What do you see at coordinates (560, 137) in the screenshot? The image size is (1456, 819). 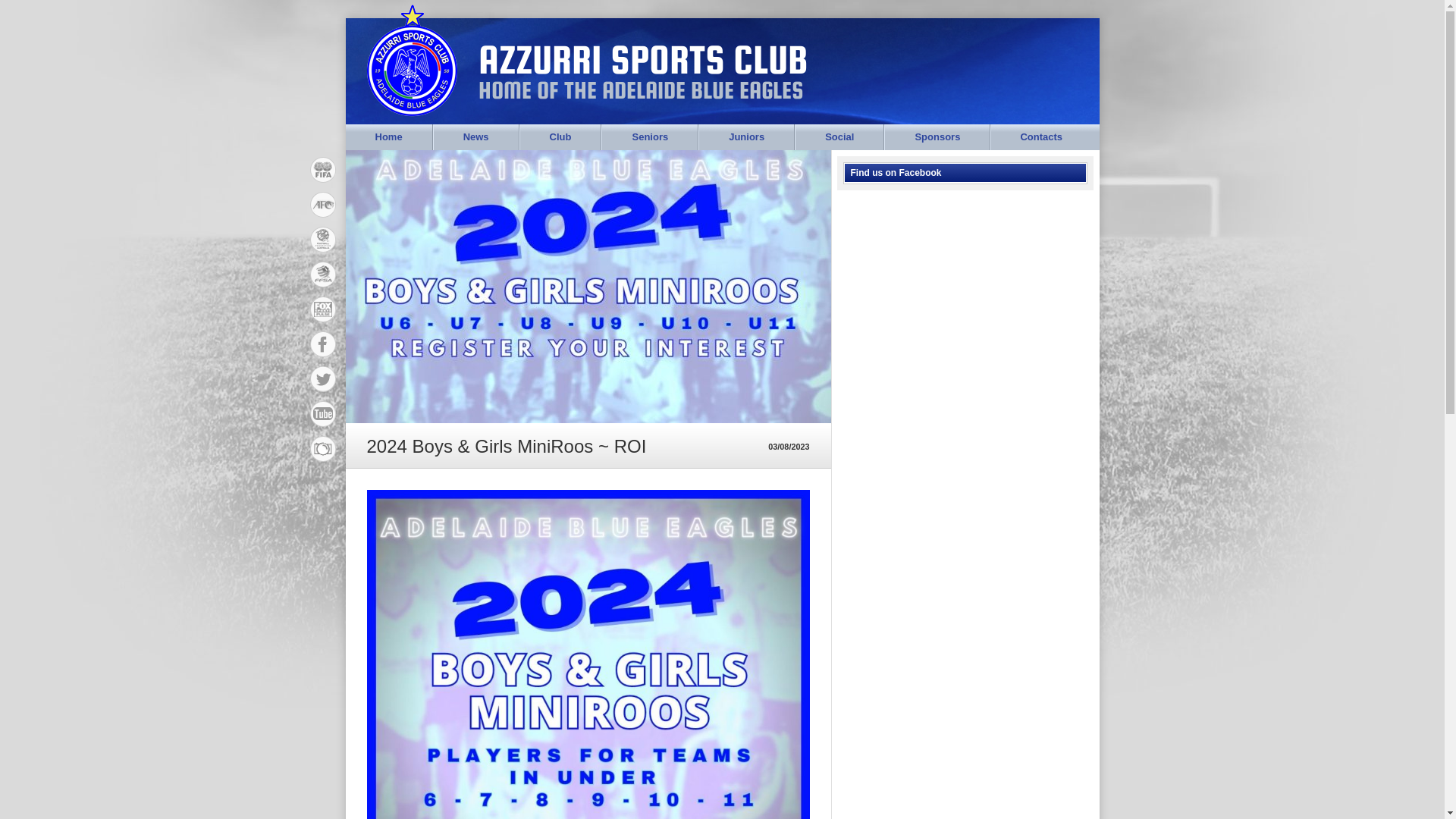 I see `'Club'` at bounding box center [560, 137].